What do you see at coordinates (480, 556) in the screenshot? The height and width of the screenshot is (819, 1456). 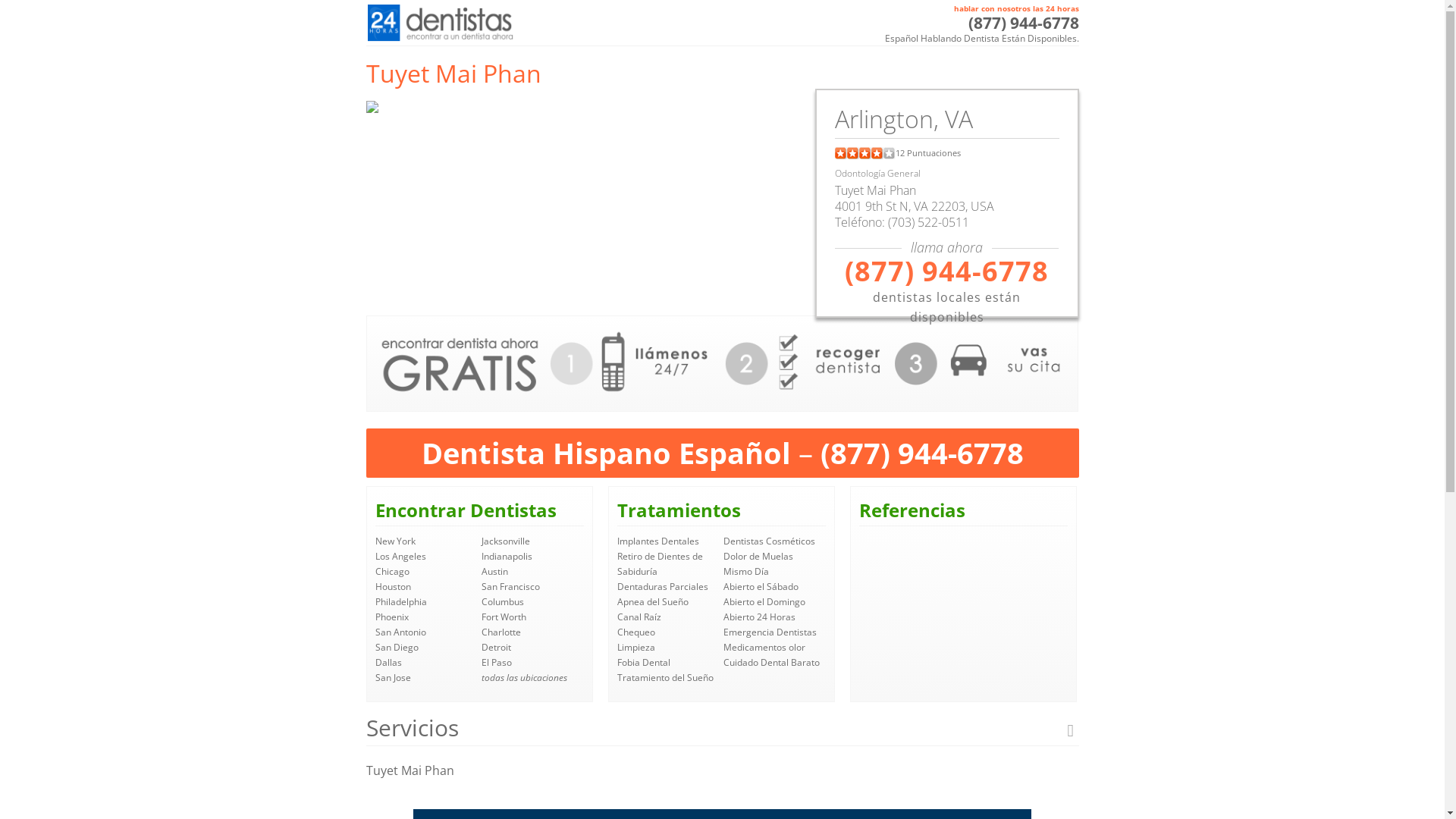 I see `'Indianapolis'` at bounding box center [480, 556].